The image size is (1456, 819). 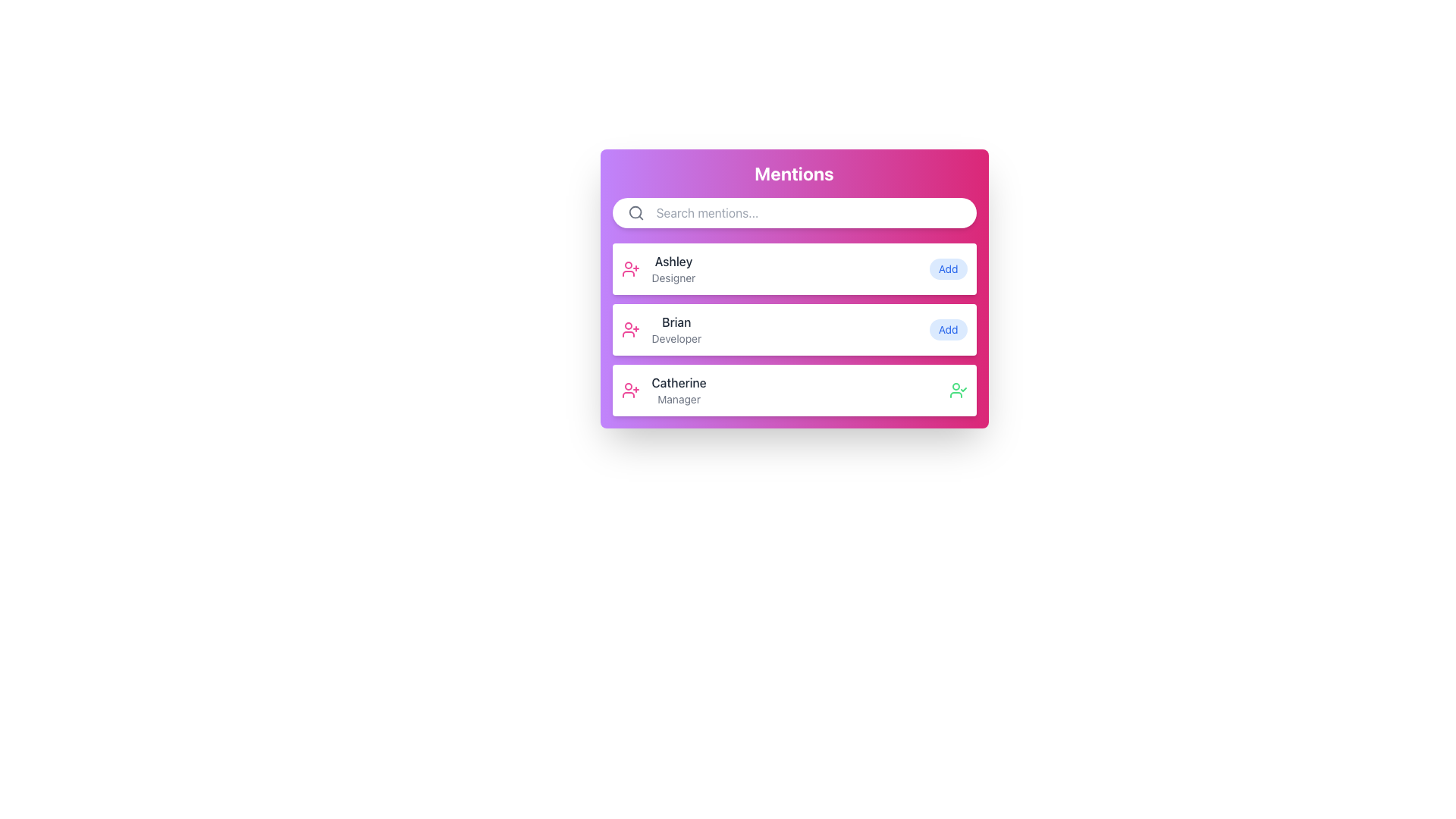 What do you see at coordinates (673, 268) in the screenshot?
I see `the Text label identifying the user named Ashley, who is designated as Designer` at bounding box center [673, 268].